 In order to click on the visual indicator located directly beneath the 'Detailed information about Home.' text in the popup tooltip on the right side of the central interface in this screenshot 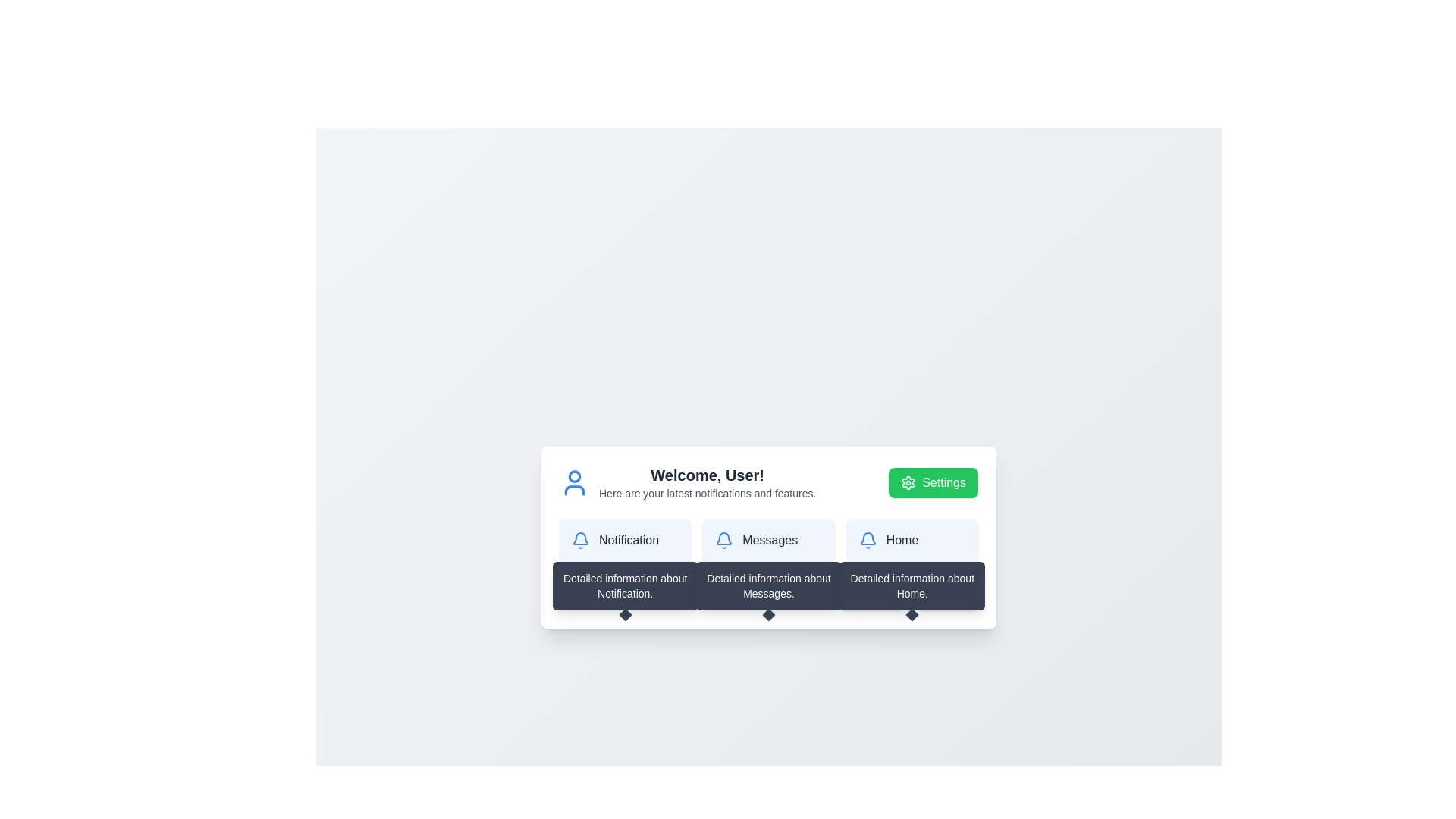, I will do `click(912, 614)`.